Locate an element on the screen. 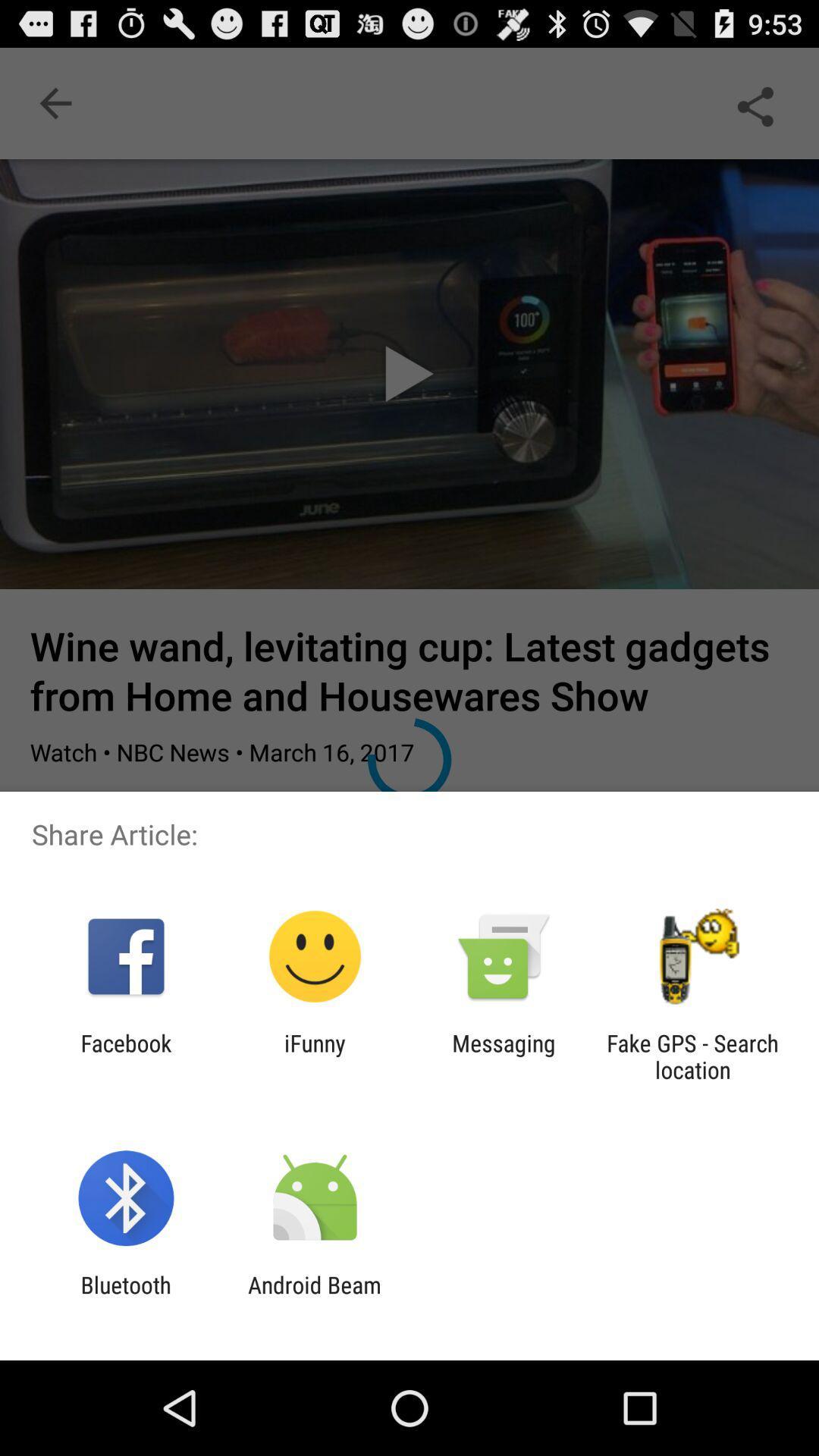 This screenshot has width=819, height=1456. the app next to fake gps search icon is located at coordinates (504, 1056).